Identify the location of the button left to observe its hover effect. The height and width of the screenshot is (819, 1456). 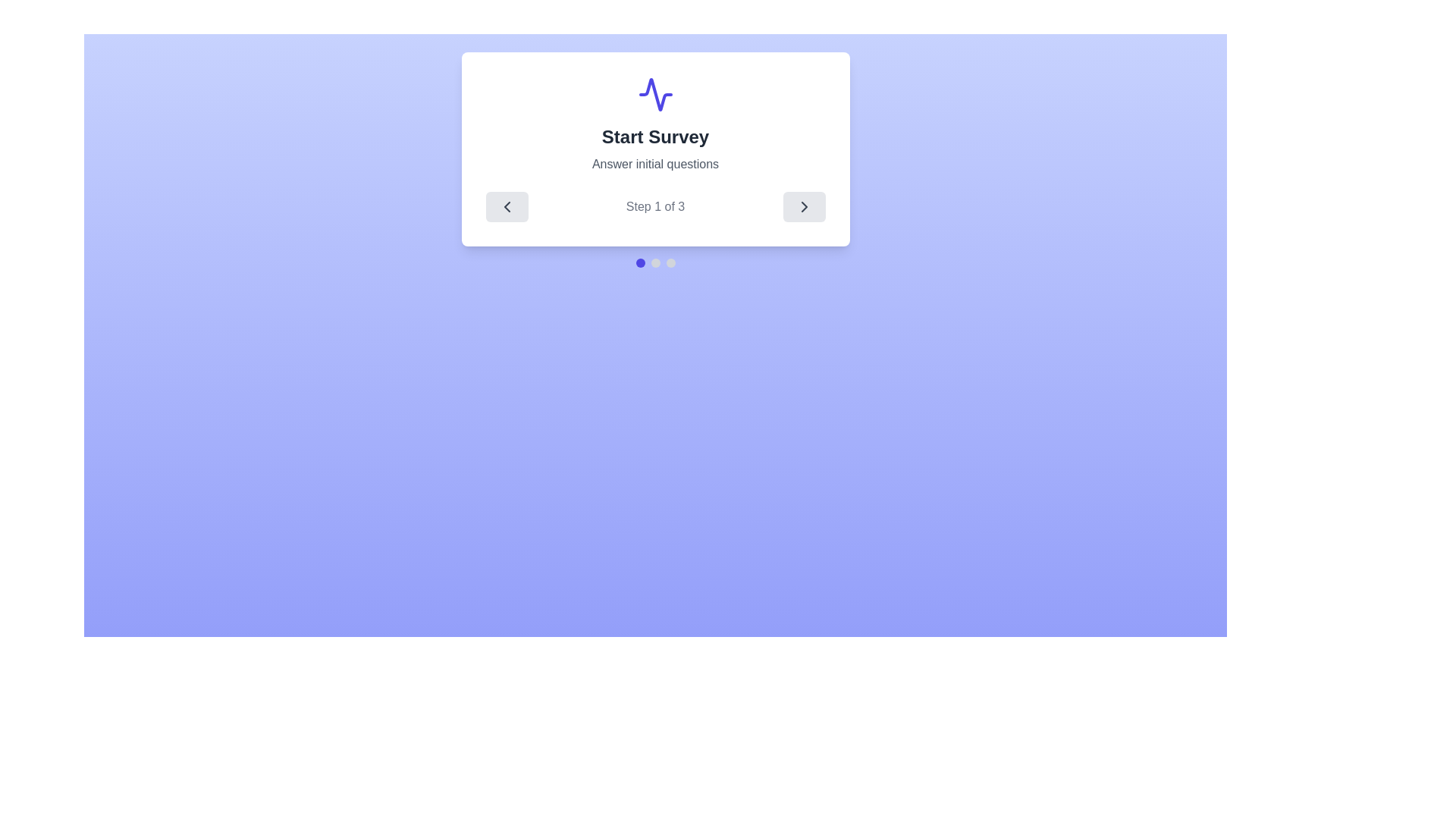
(507, 207).